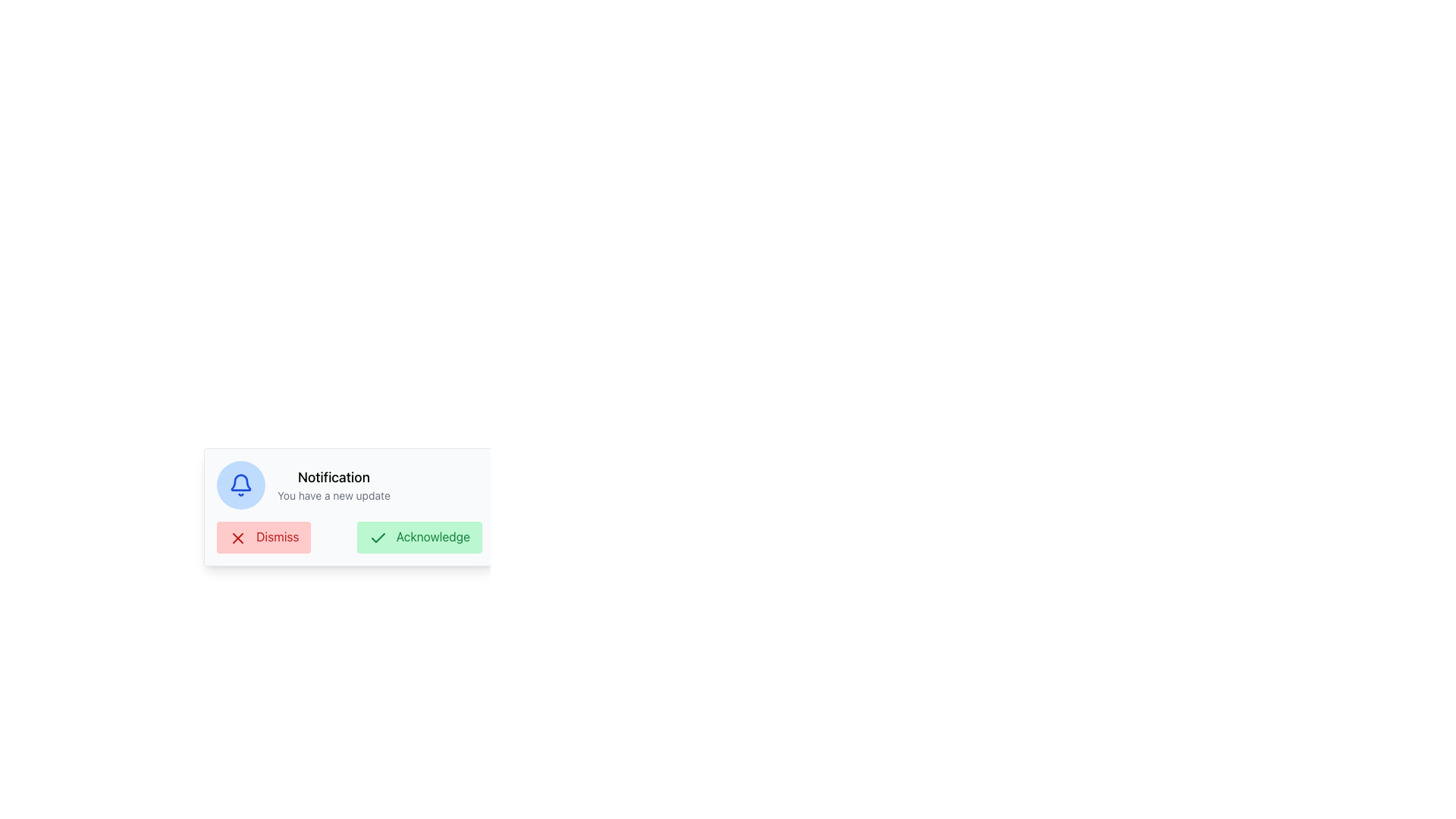 The image size is (1456, 819). What do you see at coordinates (348, 485) in the screenshot?
I see `the text label that displays the new update notification` at bounding box center [348, 485].